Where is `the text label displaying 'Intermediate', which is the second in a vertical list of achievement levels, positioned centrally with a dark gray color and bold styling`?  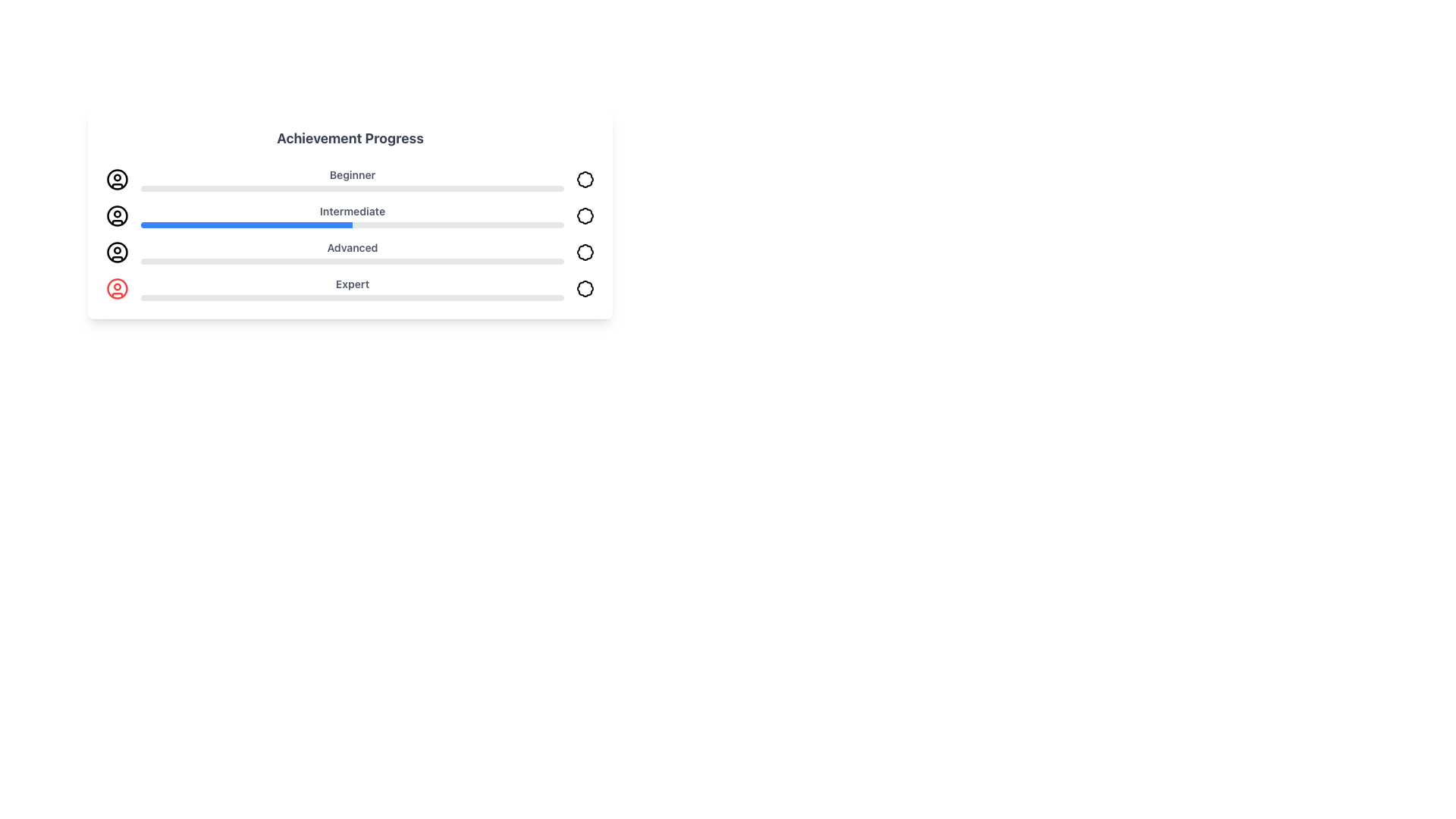
the text label displaying 'Intermediate', which is the second in a vertical list of achievement levels, positioned centrally with a dark gray color and bold styling is located at coordinates (352, 211).